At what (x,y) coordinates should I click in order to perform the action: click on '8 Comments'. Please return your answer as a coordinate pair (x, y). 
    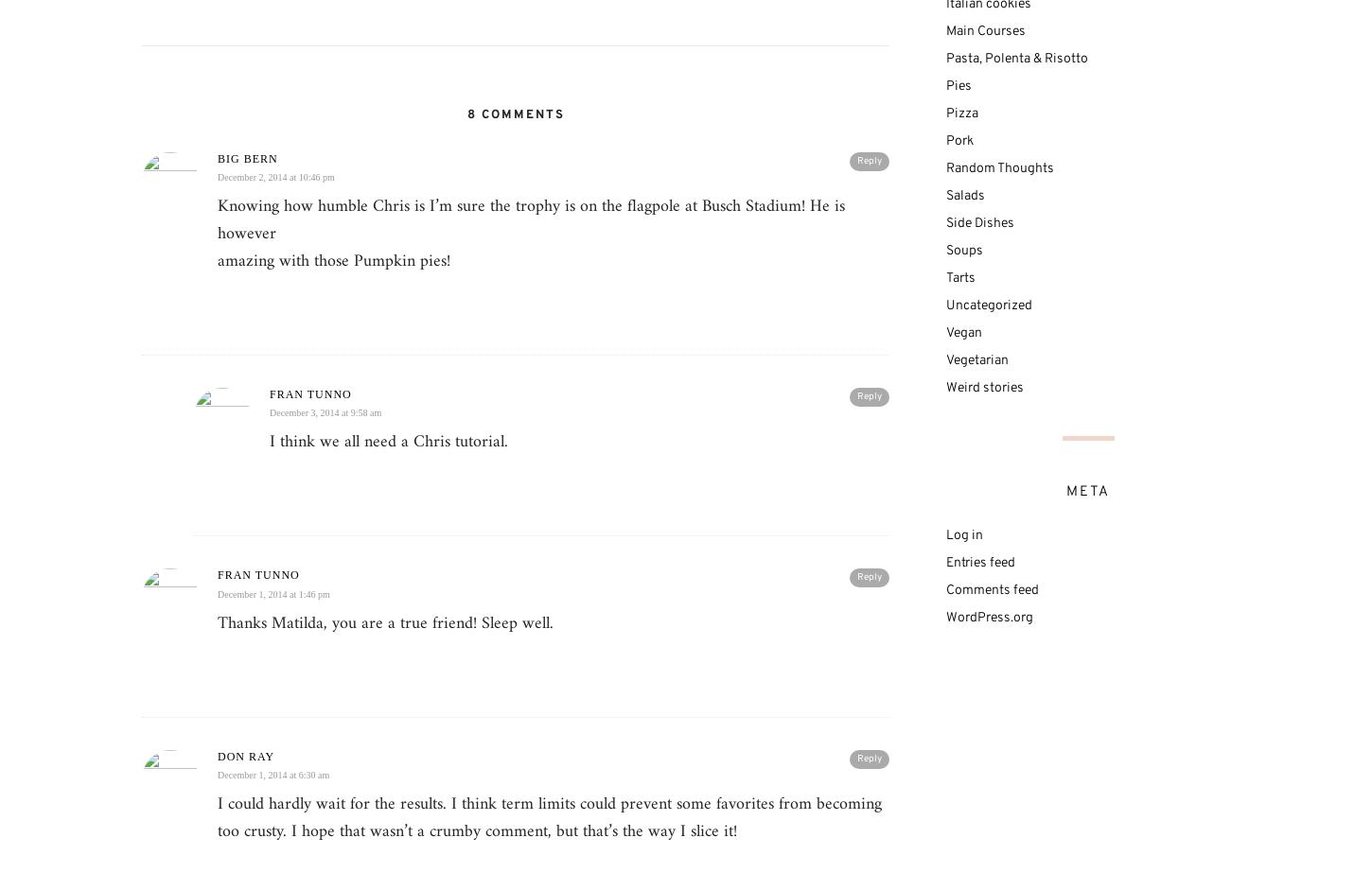
    Looking at the image, I should click on (515, 114).